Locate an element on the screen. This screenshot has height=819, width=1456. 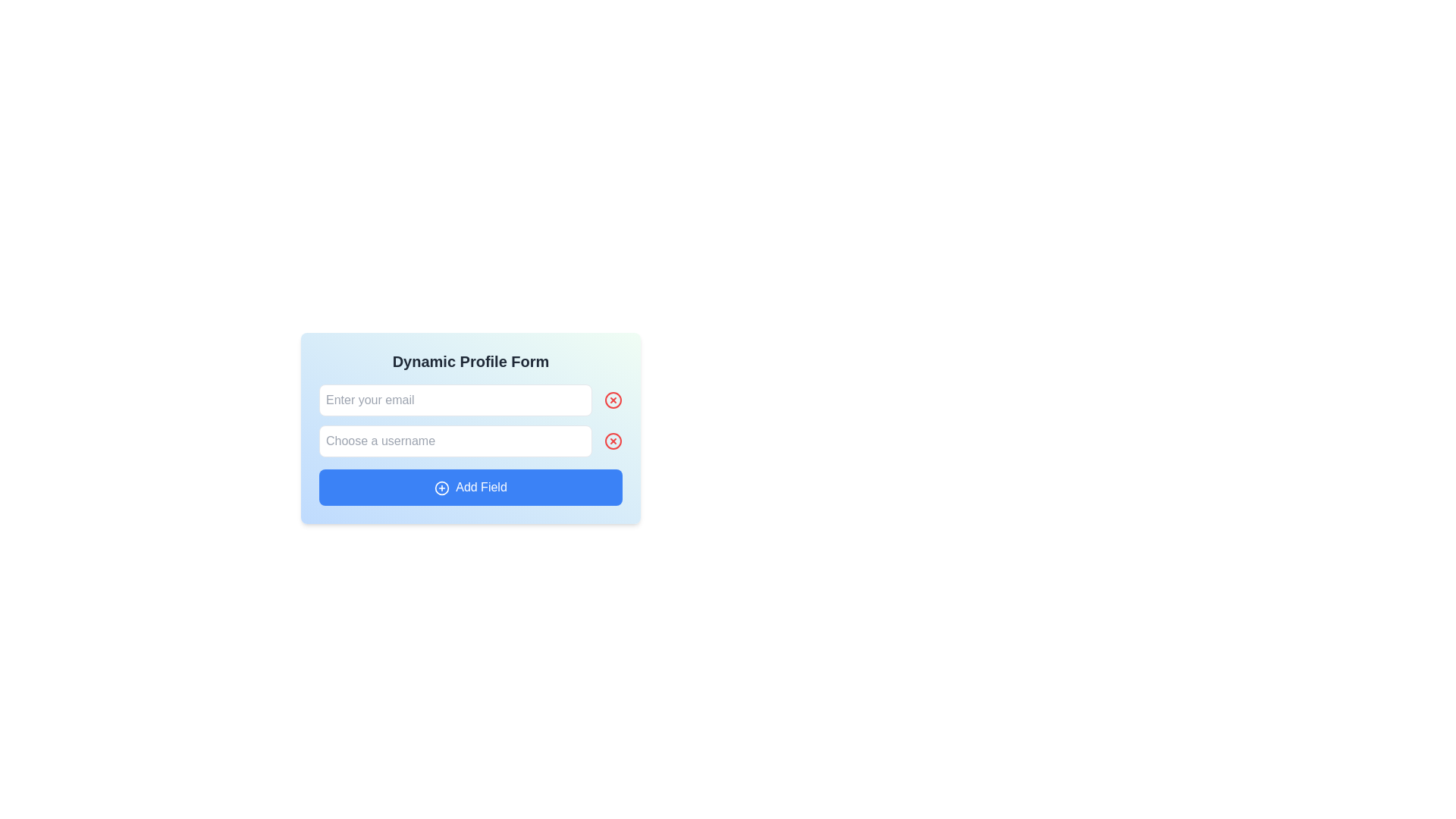
the delete button of the first email input panel in the dynamic profile form interface is located at coordinates (469, 400).